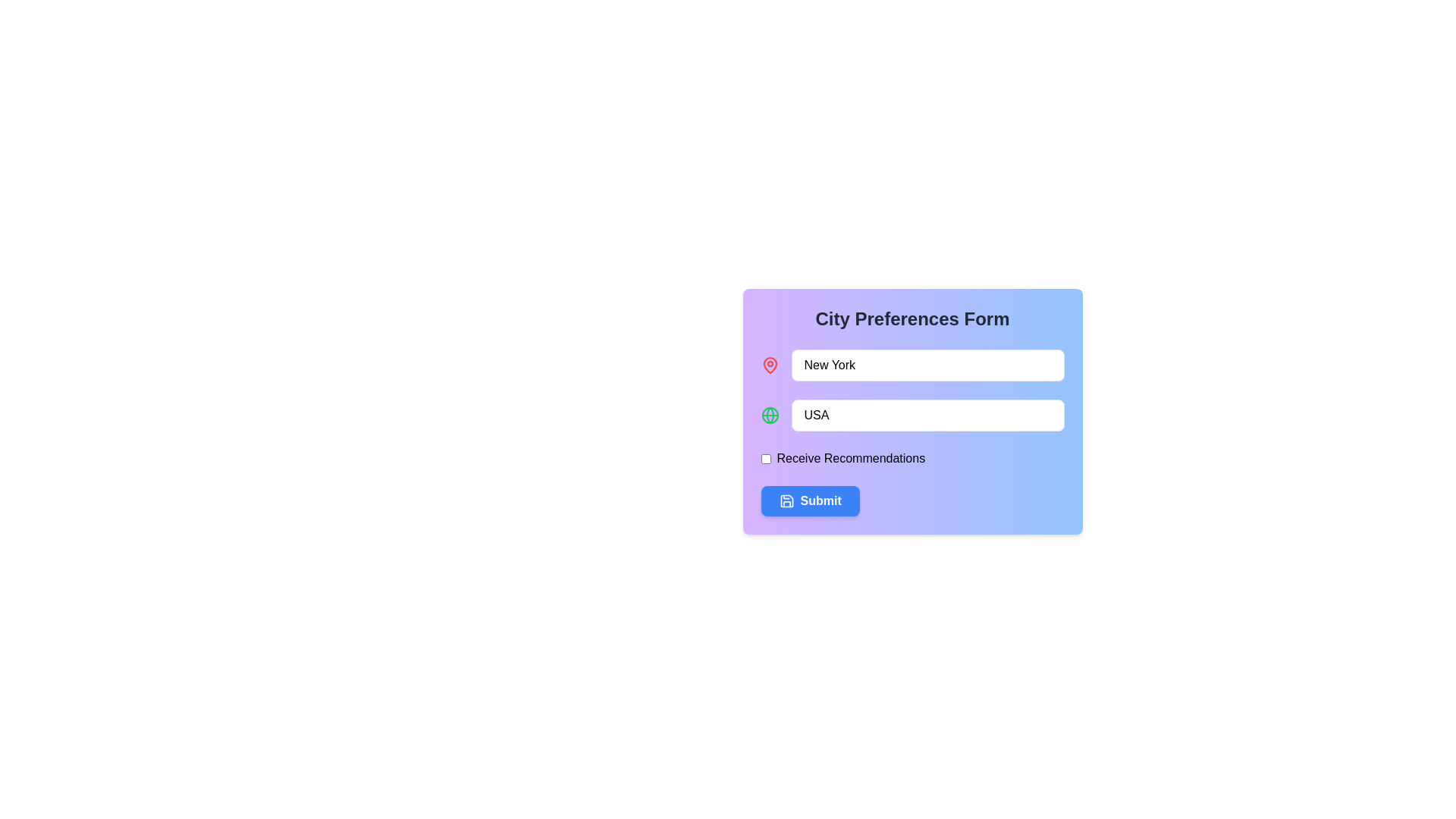  Describe the element at coordinates (770, 415) in the screenshot. I see `the primary circular outline of the globe icon located to the left of the text field labeled 'USA'` at that location.